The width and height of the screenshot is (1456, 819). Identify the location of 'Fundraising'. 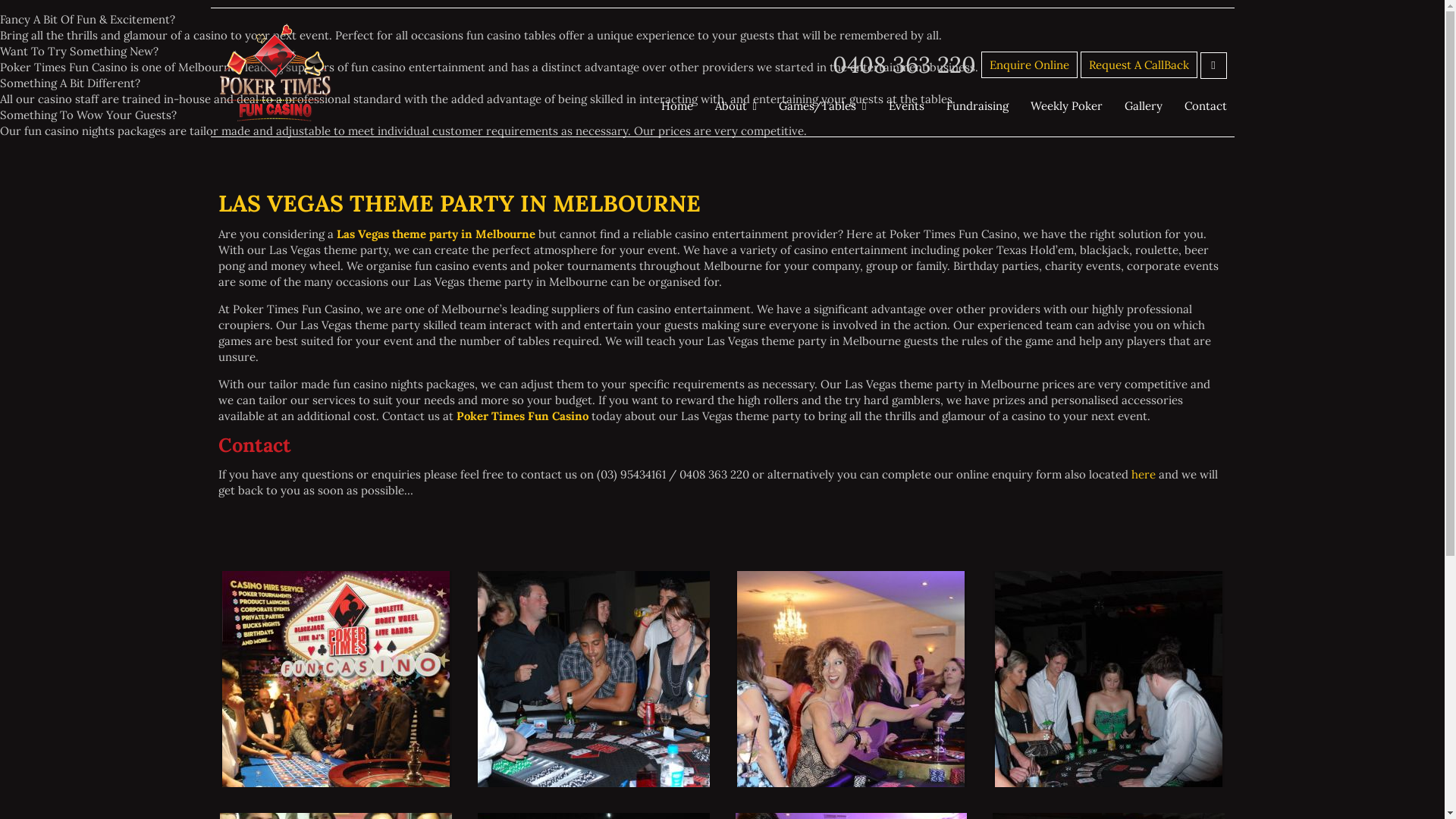
(977, 104).